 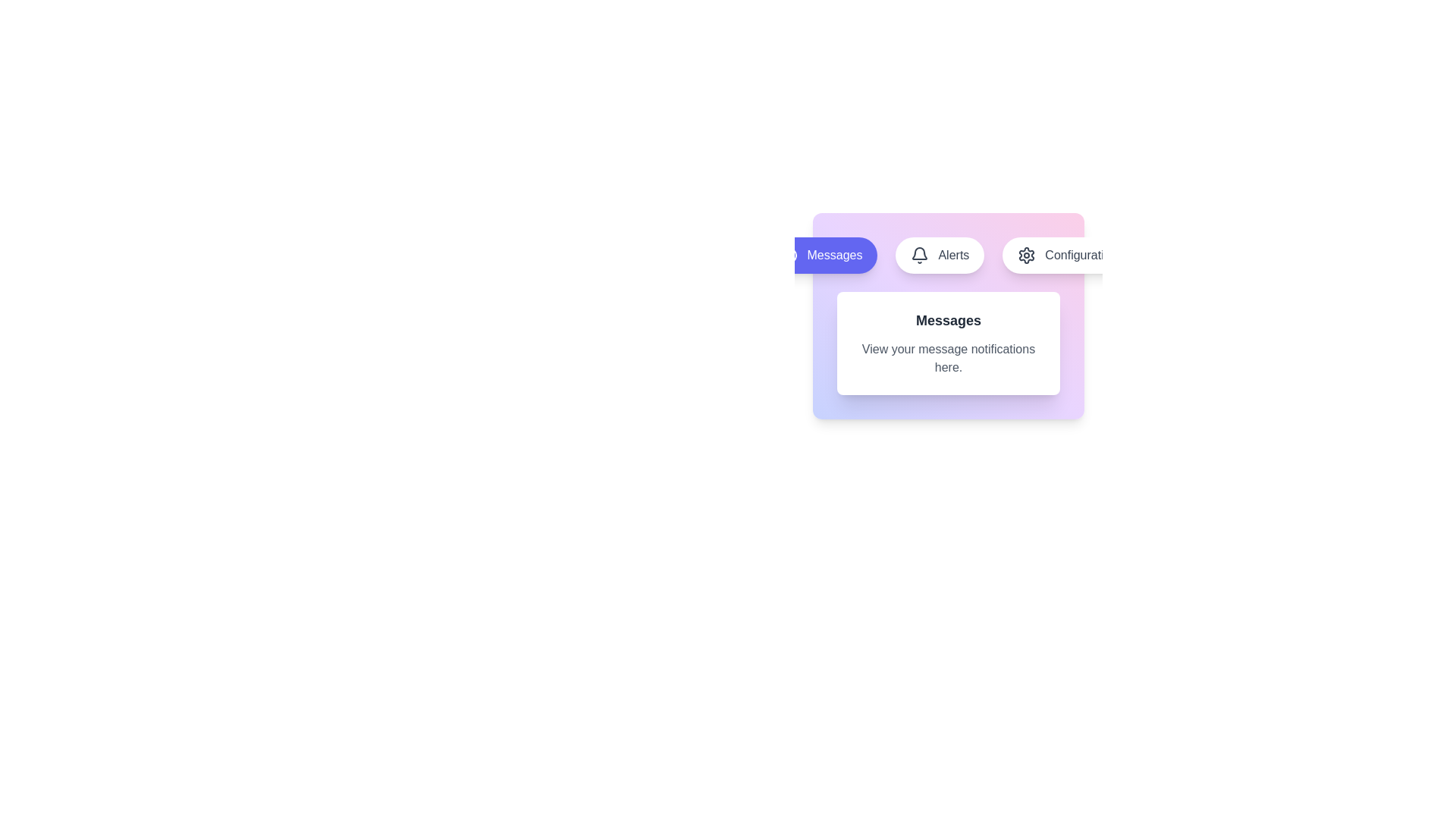 I want to click on the Configuration tab, so click(x=1066, y=254).